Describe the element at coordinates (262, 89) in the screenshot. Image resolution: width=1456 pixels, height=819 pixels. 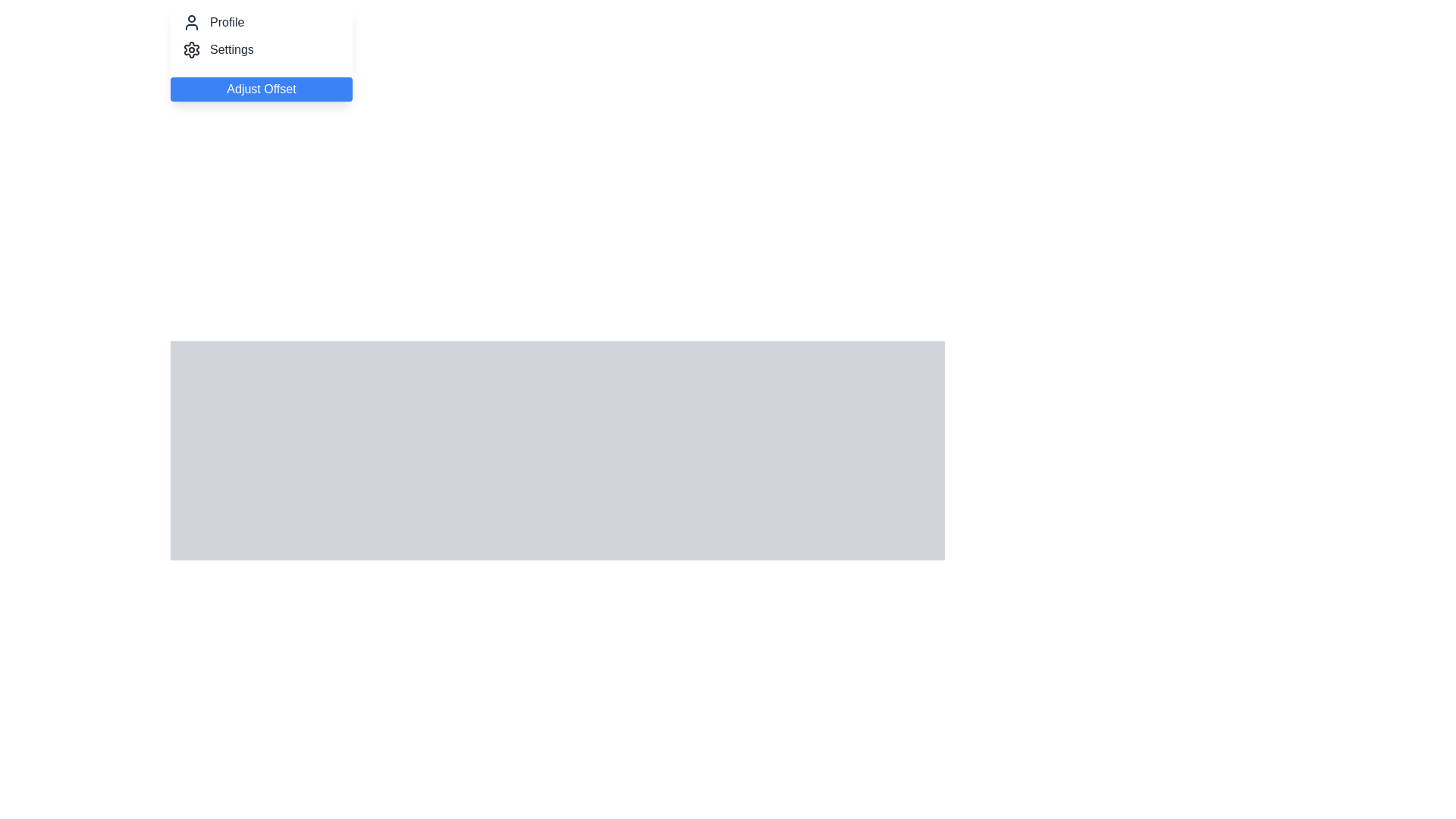
I see `the 'Adjust Offset' button, which is a rectangular button with rounded edges, blue background, and white text, located at the bottom of a dropdown panel` at that location.